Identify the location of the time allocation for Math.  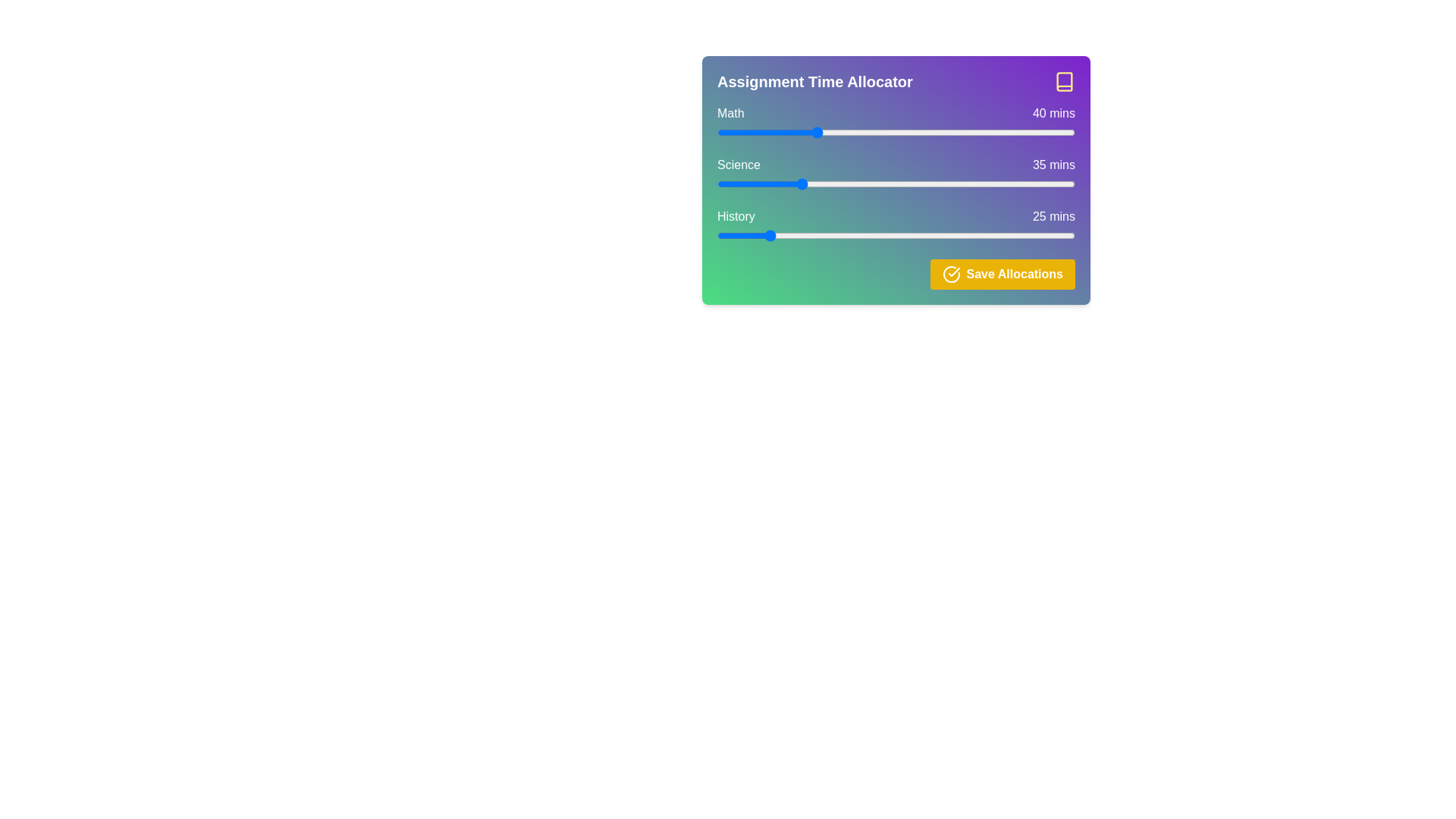
(776, 131).